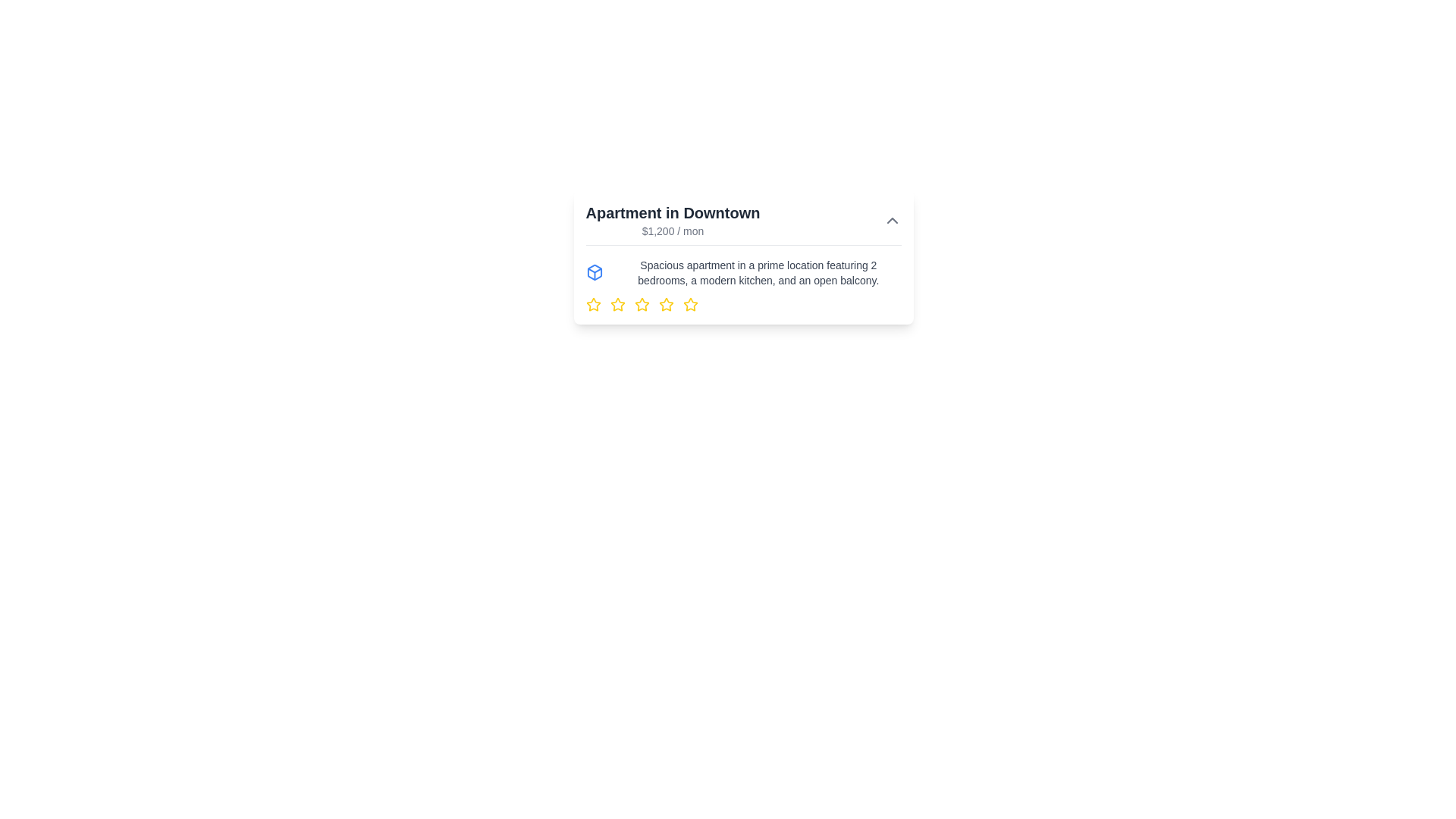 Image resolution: width=1456 pixels, height=819 pixels. I want to click on the sixth yellow star icon in the sequence of seven located beneath the apartment listing, so click(666, 304).